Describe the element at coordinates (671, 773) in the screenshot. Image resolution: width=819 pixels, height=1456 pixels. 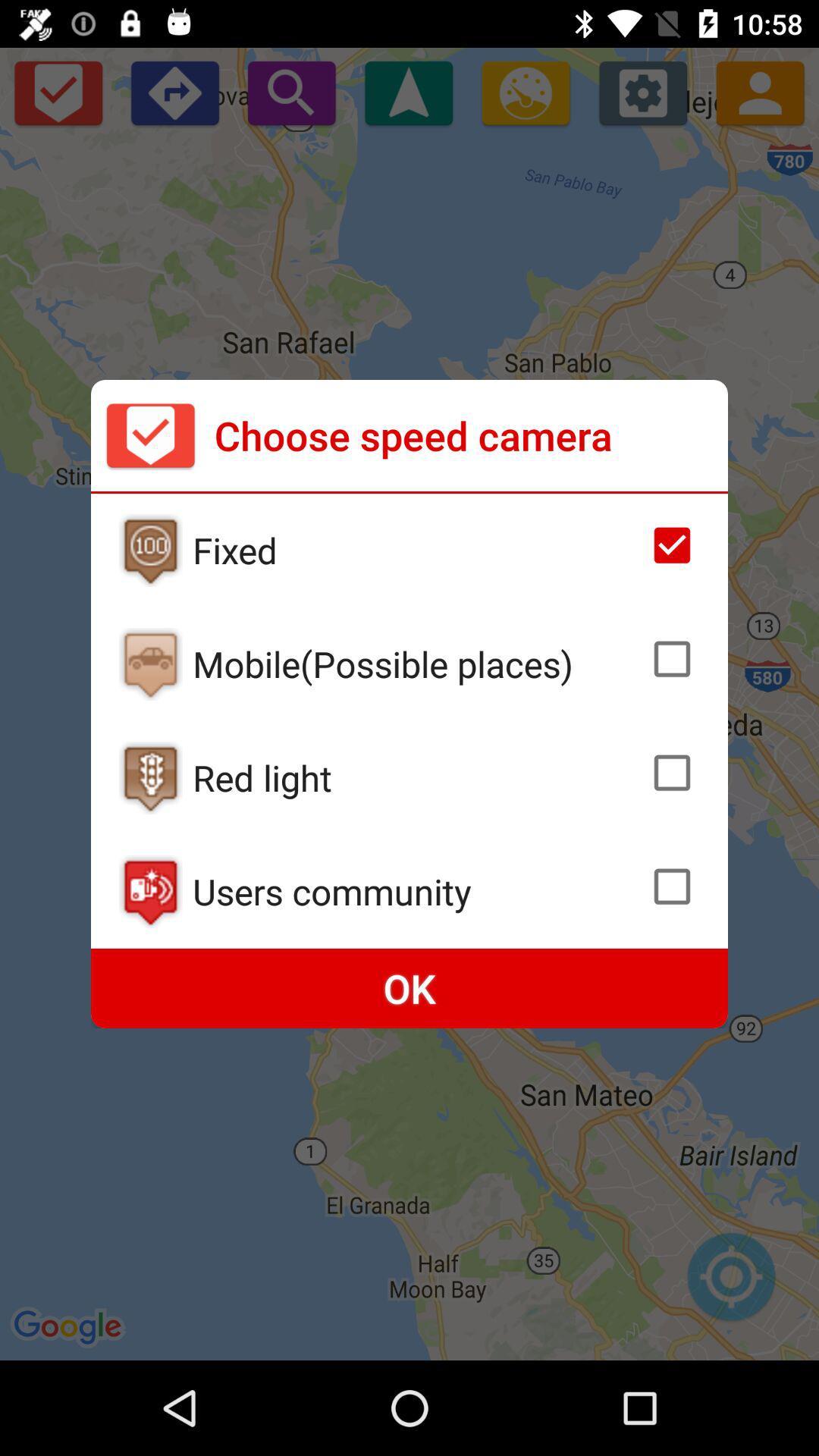
I see `choose to red light books` at that location.